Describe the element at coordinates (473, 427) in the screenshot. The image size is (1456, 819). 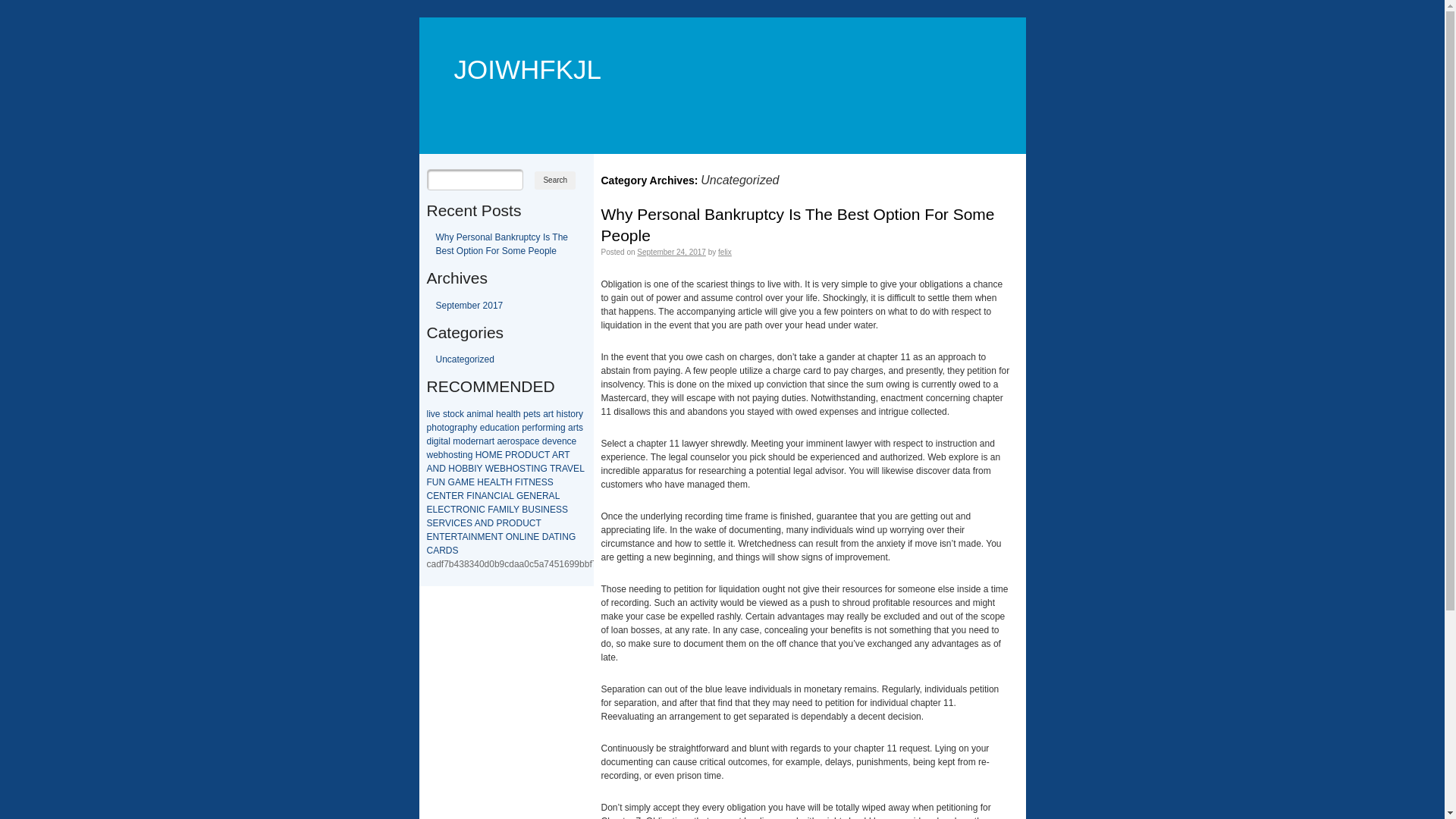
I see `'y'` at that location.